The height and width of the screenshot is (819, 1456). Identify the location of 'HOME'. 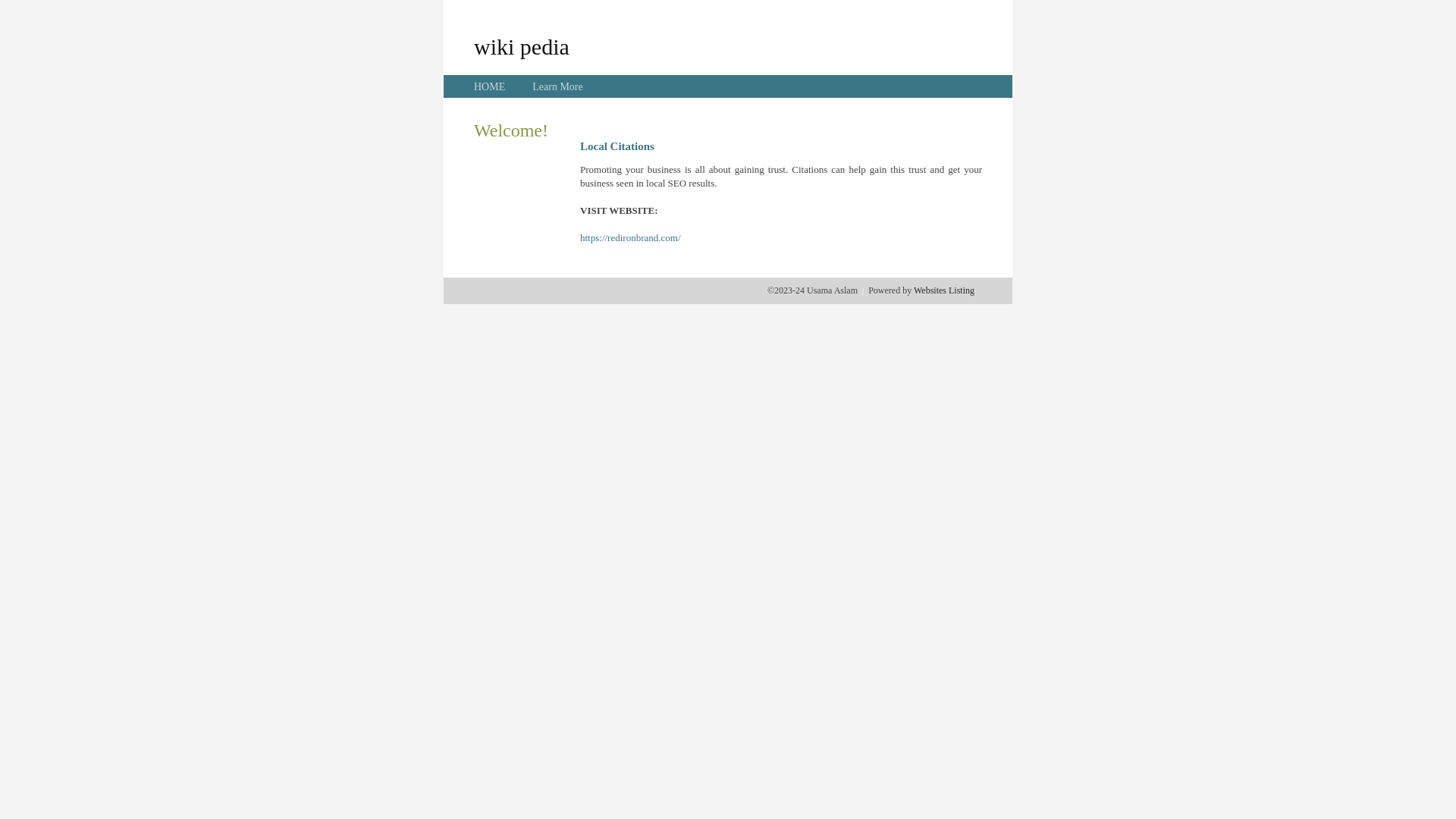
(489, 86).